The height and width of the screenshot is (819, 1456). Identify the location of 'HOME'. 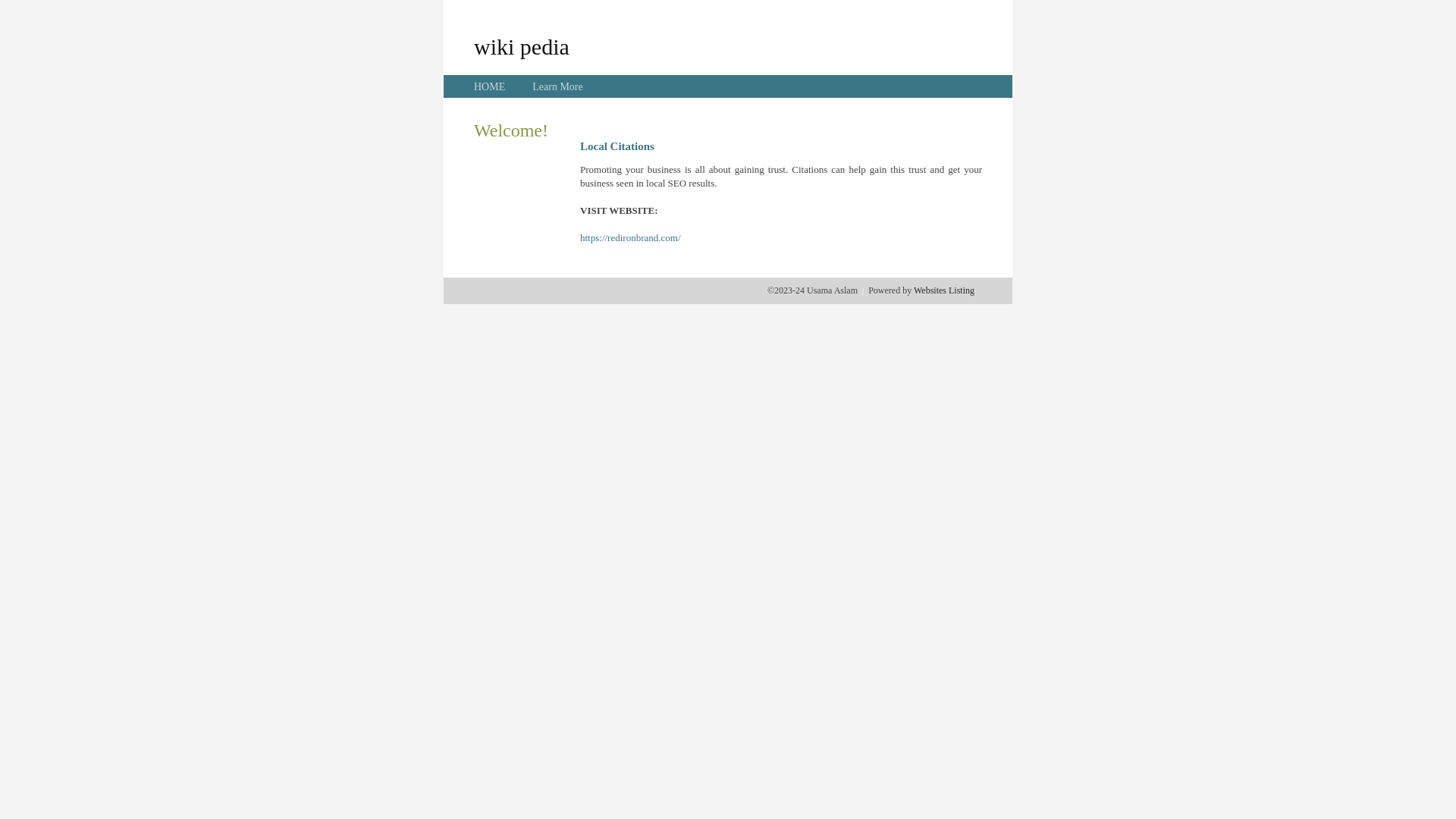
(489, 86).